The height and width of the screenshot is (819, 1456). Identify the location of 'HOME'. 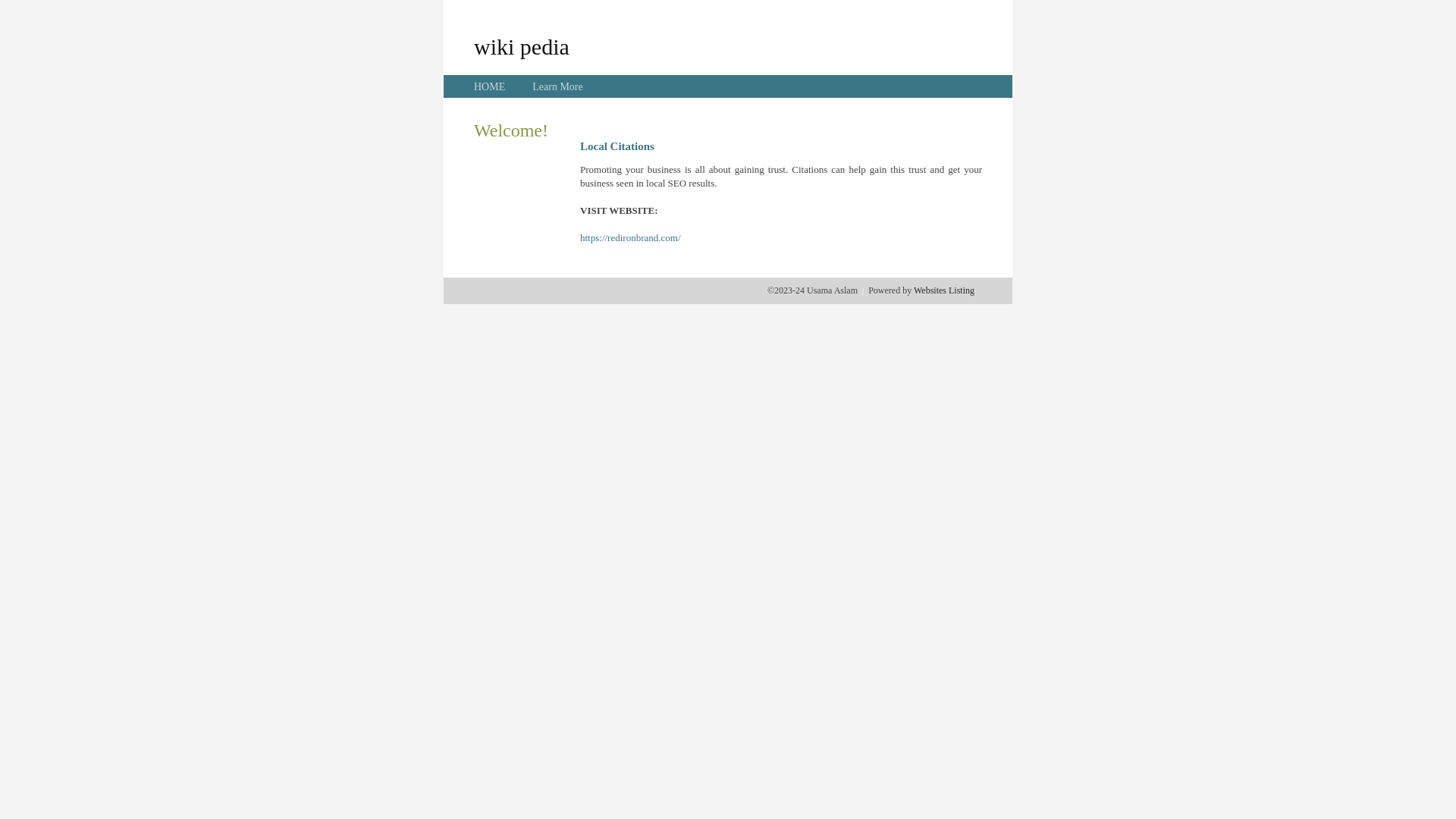
(489, 86).